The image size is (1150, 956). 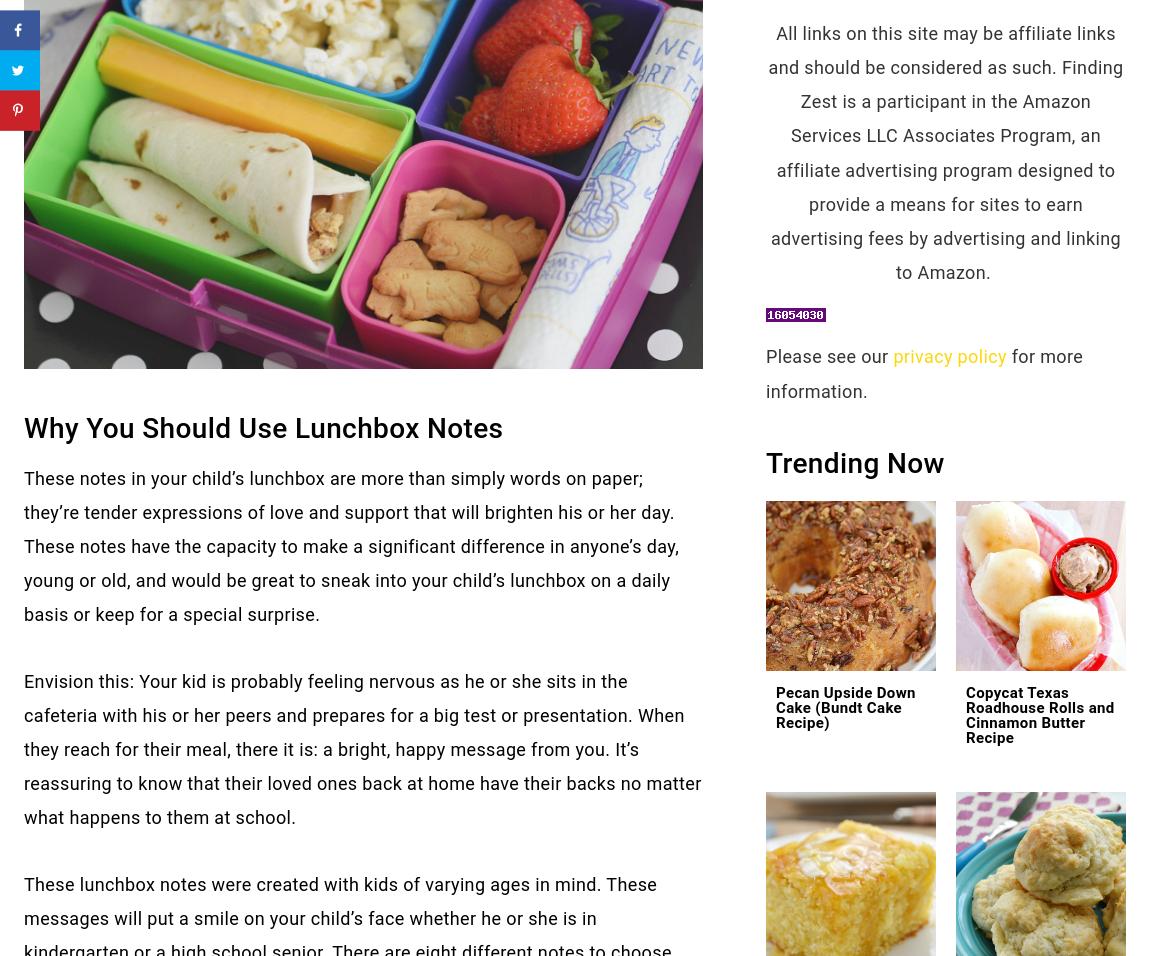 What do you see at coordinates (351, 544) in the screenshot?
I see `'These notes in your child’s lunchbox are more than simply words on paper; they’re tender expressions of love and support that will brighten his or her day. These notes have the capacity to make a significant difference in anyone’s day, young or old, and would be great to sneak into your child’s lunchbox on a daily basis or keep for a special surprise.'` at bounding box center [351, 544].